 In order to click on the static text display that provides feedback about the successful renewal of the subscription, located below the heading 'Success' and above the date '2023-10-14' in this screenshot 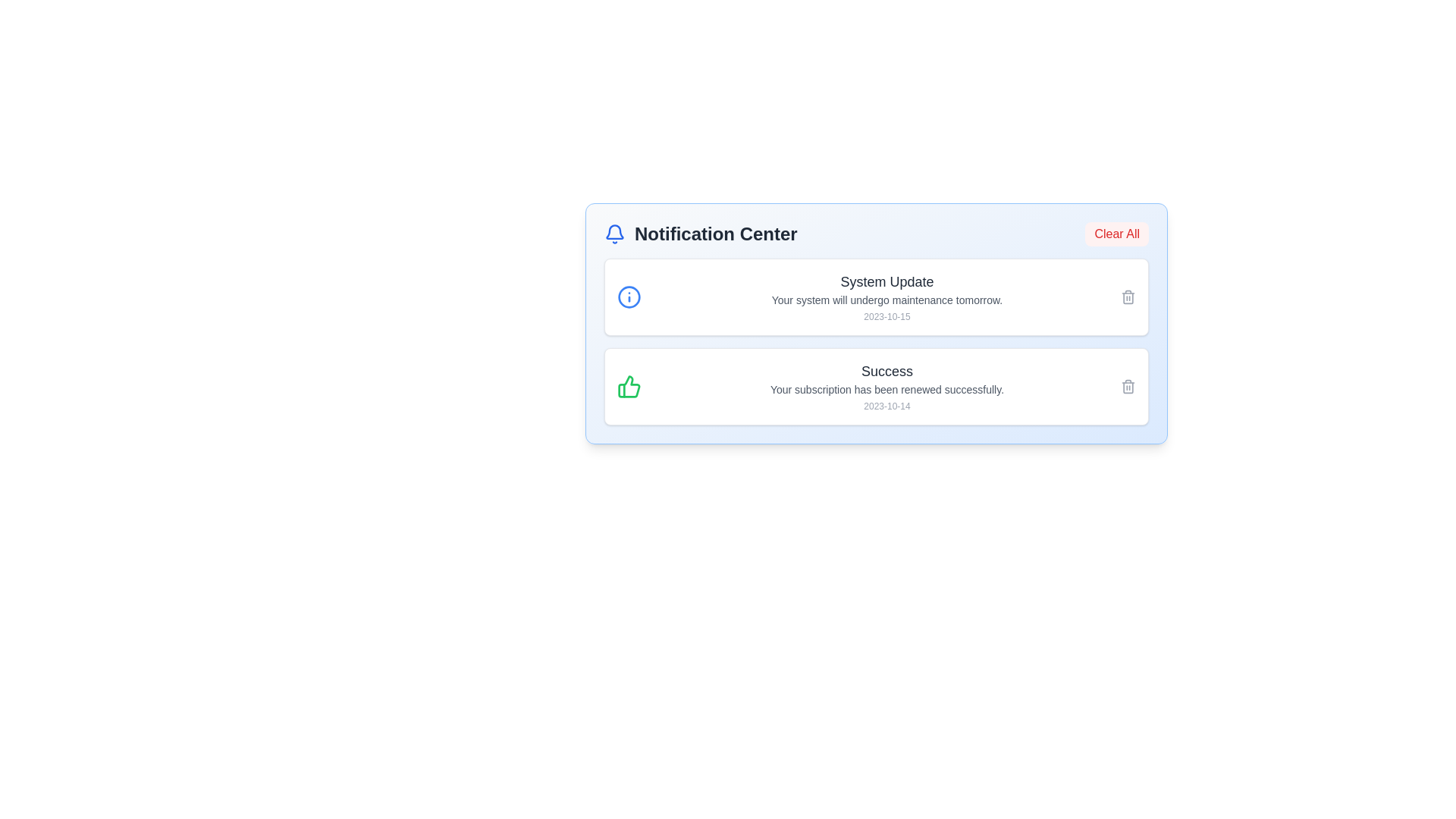, I will do `click(887, 388)`.